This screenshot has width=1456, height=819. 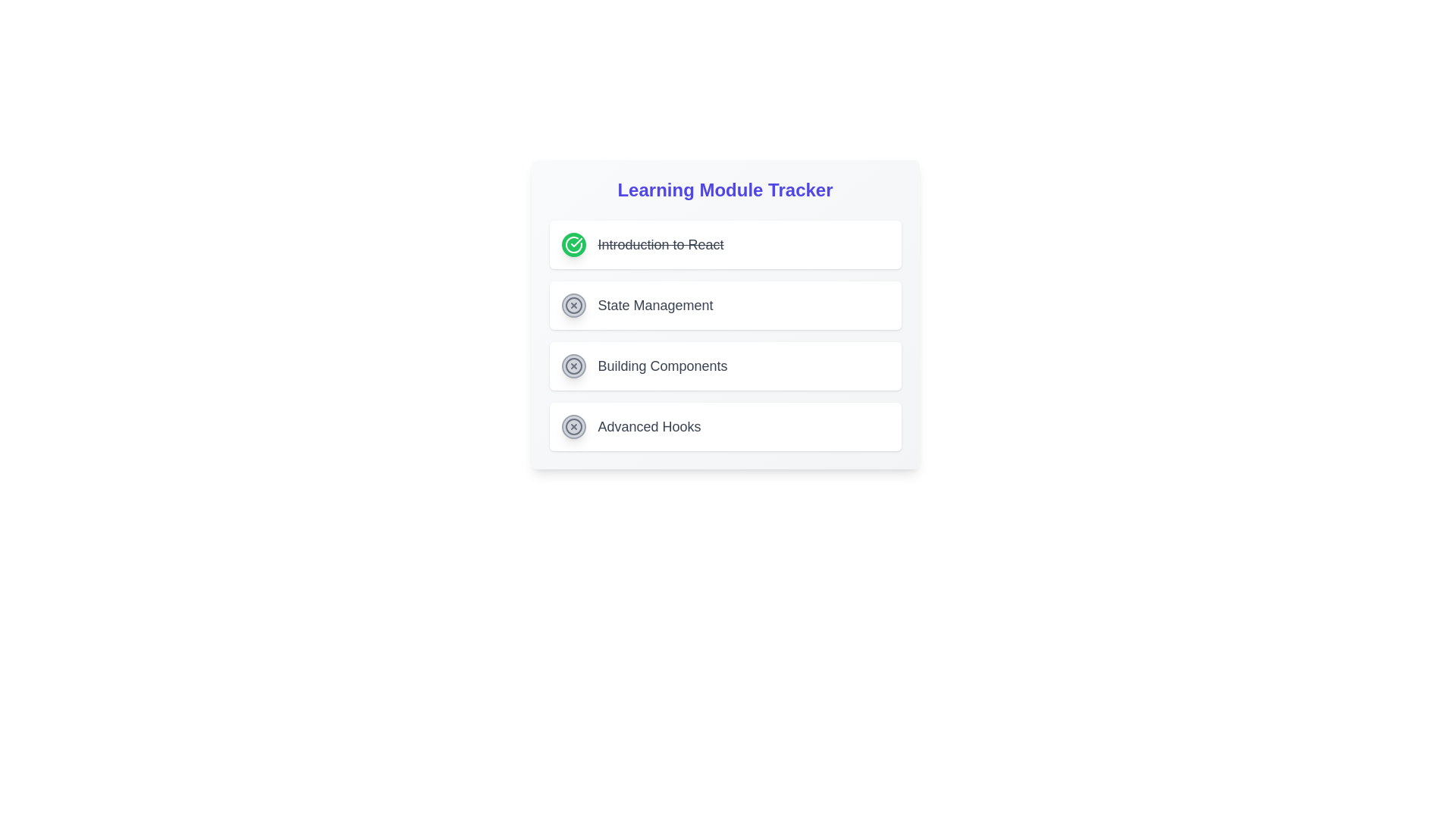 I want to click on label text 'Building Components' located towards the center-right region within a white card, adjacent to an icon on its left, so click(x=644, y=366).